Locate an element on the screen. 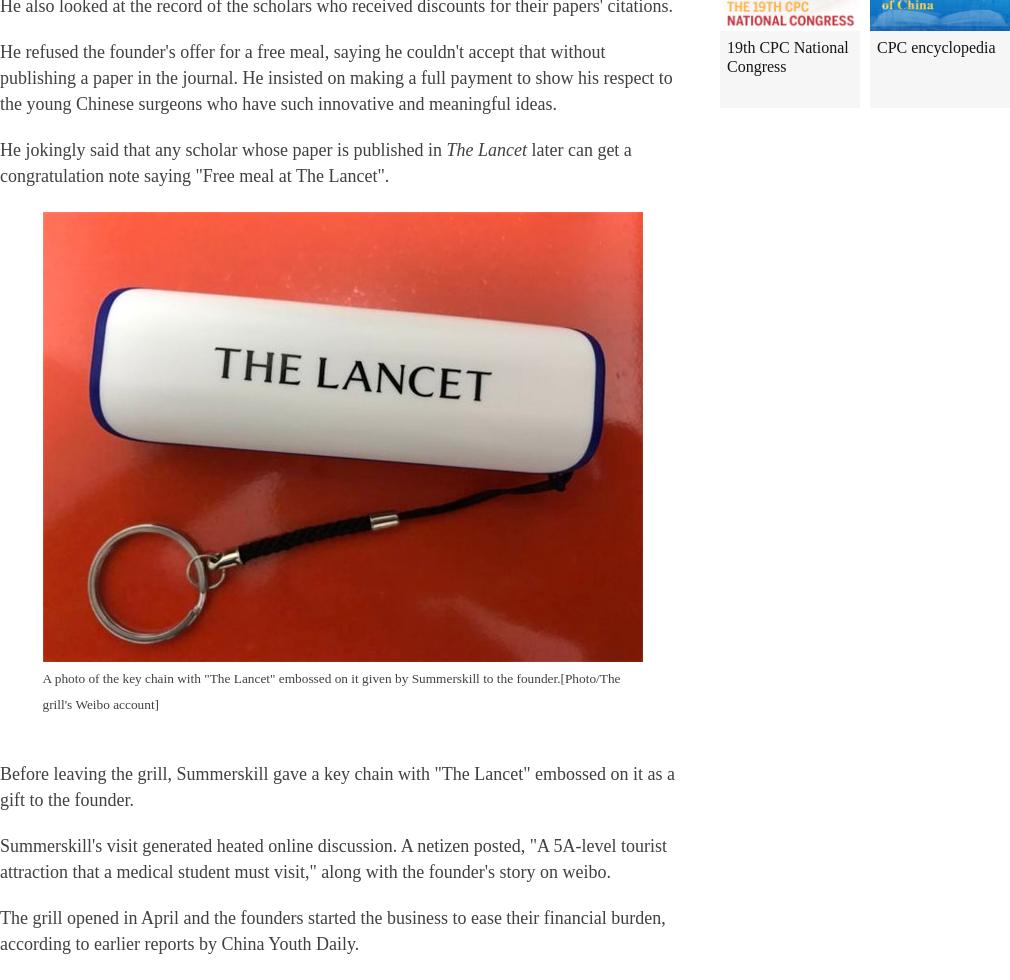 This screenshot has height=980, width=1010. 'CPC encyclopedia' is located at coordinates (935, 47).